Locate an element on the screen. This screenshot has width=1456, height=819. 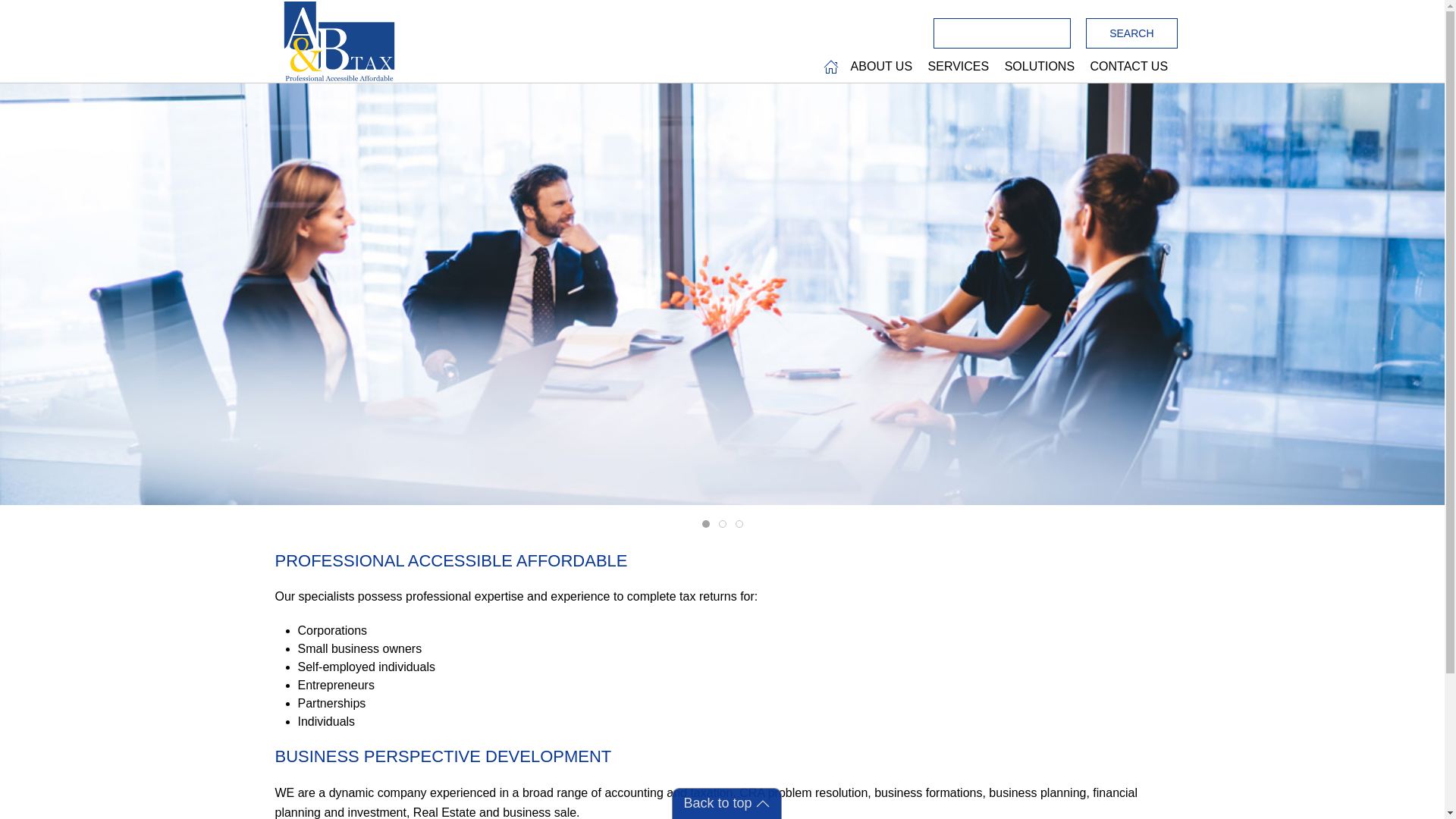
'ABOUT US ' is located at coordinates (843, 66).